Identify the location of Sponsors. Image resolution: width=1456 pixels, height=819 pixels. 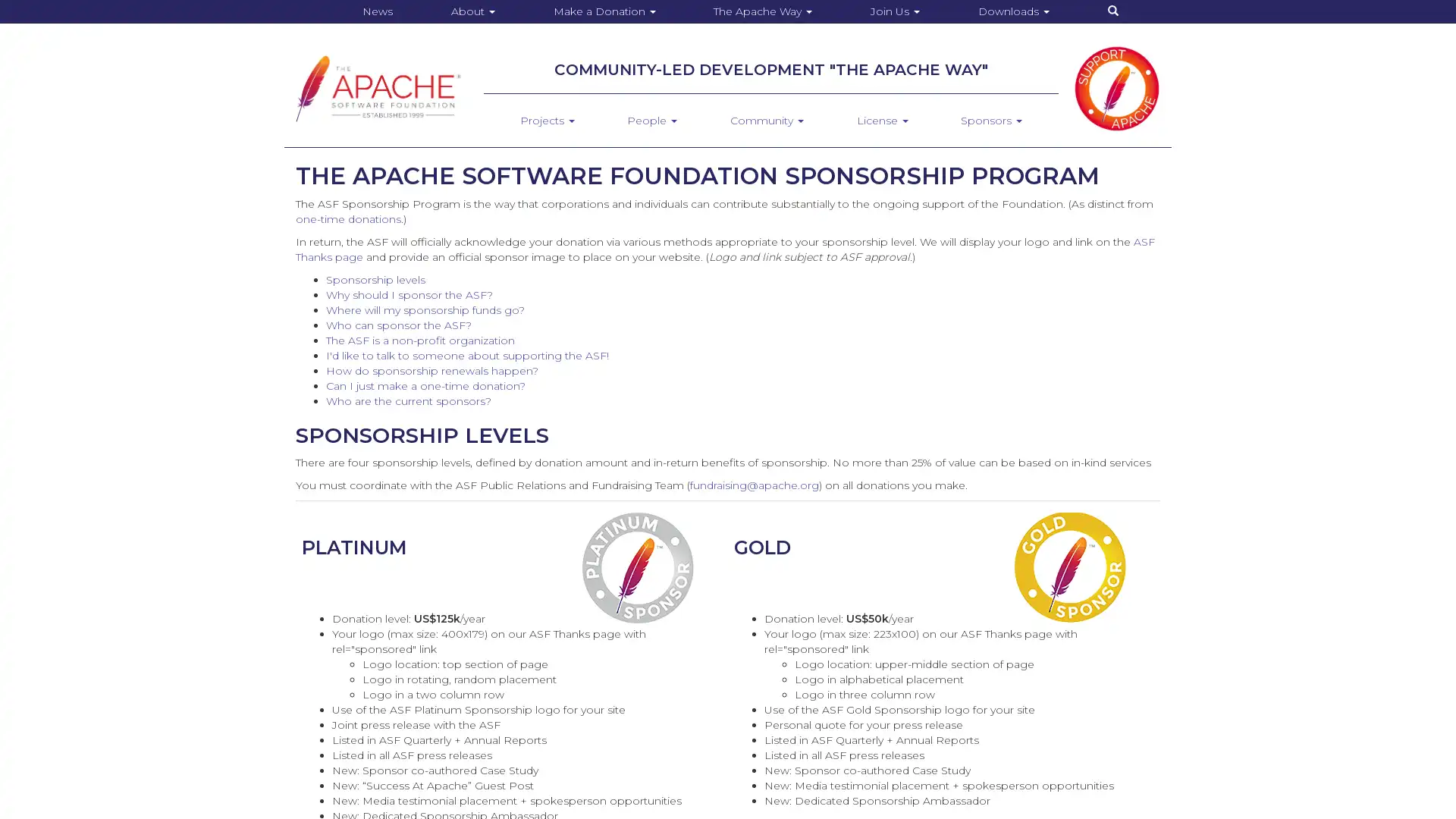
(991, 119).